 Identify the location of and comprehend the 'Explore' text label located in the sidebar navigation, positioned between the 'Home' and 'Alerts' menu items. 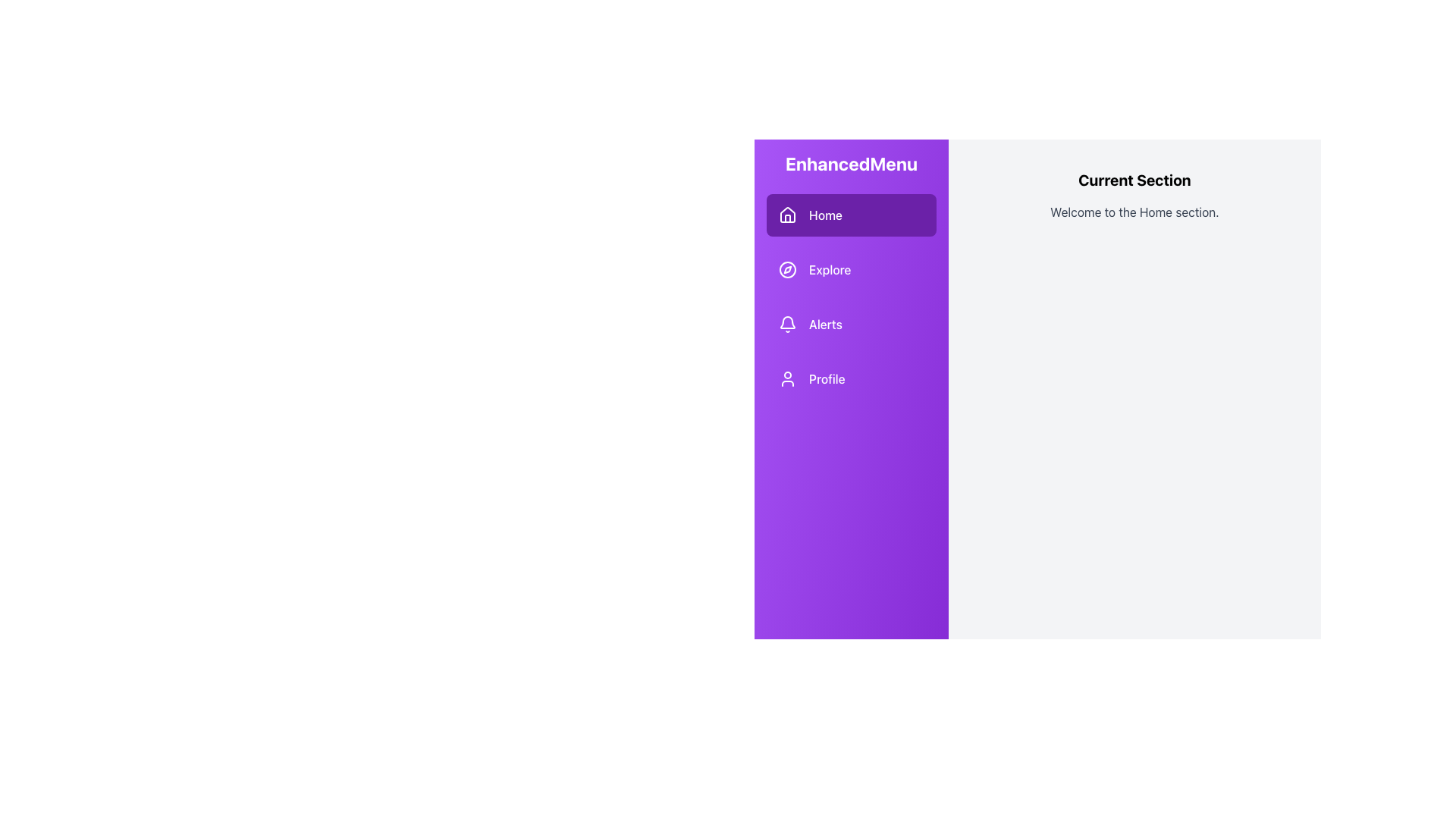
(829, 268).